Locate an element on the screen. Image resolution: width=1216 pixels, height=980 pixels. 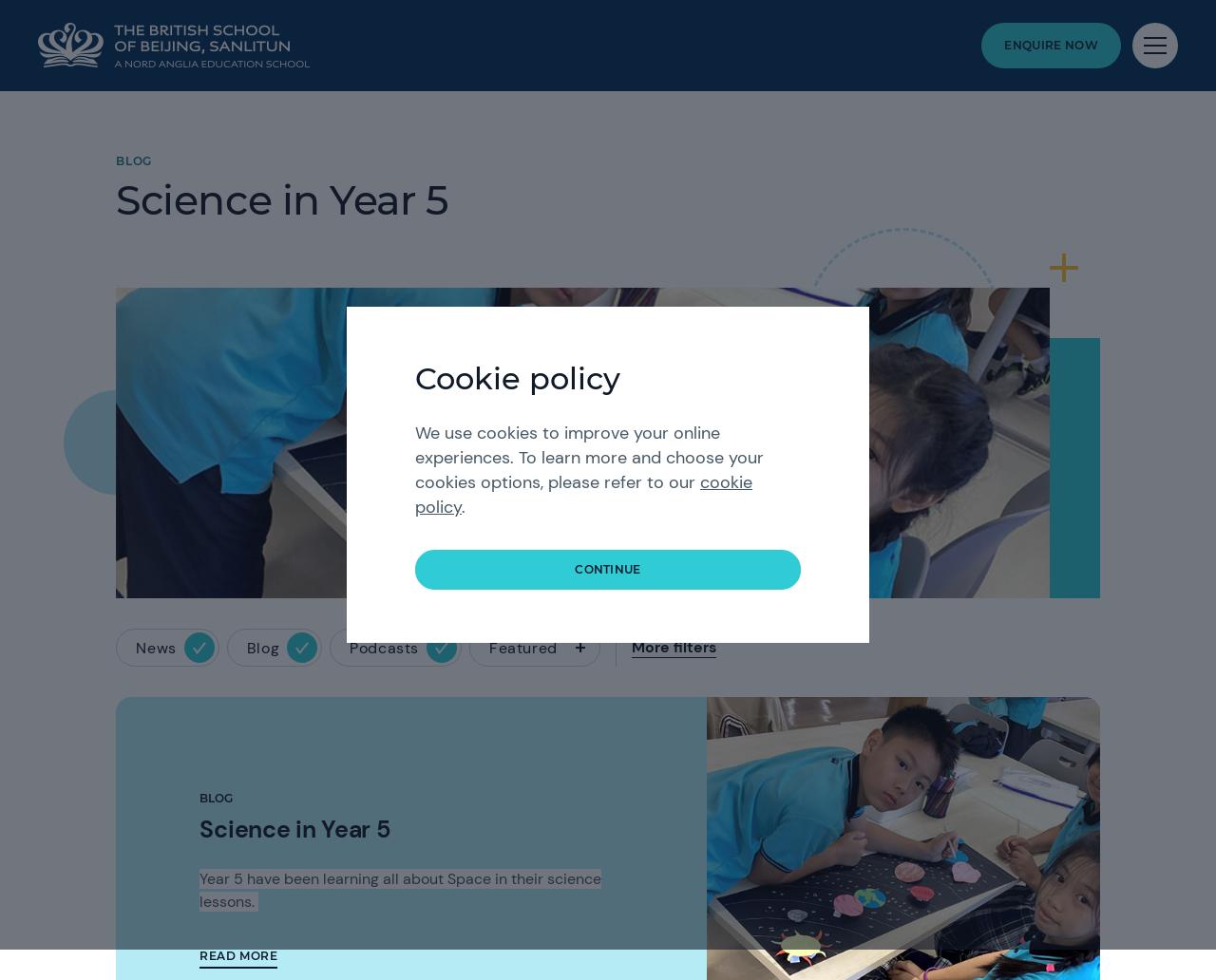
'continue' is located at coordinates (606, 569).